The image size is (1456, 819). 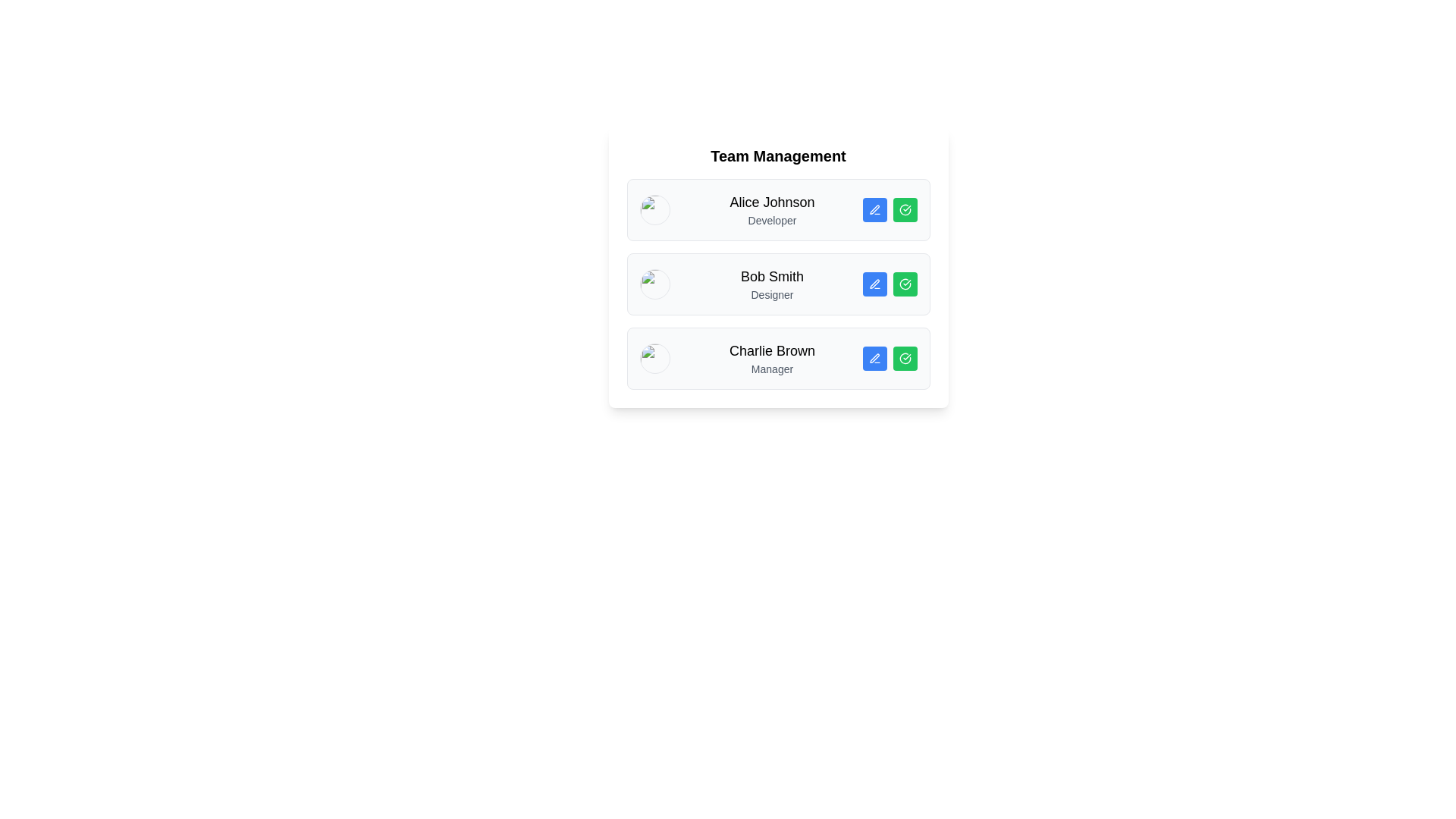 What do you see at coordinates (772, 277) in the screenshot?
I see `the static text label displaying the name 'Bob Smith' which identifies a team member in the team management section` at bounding box center [772, 277].